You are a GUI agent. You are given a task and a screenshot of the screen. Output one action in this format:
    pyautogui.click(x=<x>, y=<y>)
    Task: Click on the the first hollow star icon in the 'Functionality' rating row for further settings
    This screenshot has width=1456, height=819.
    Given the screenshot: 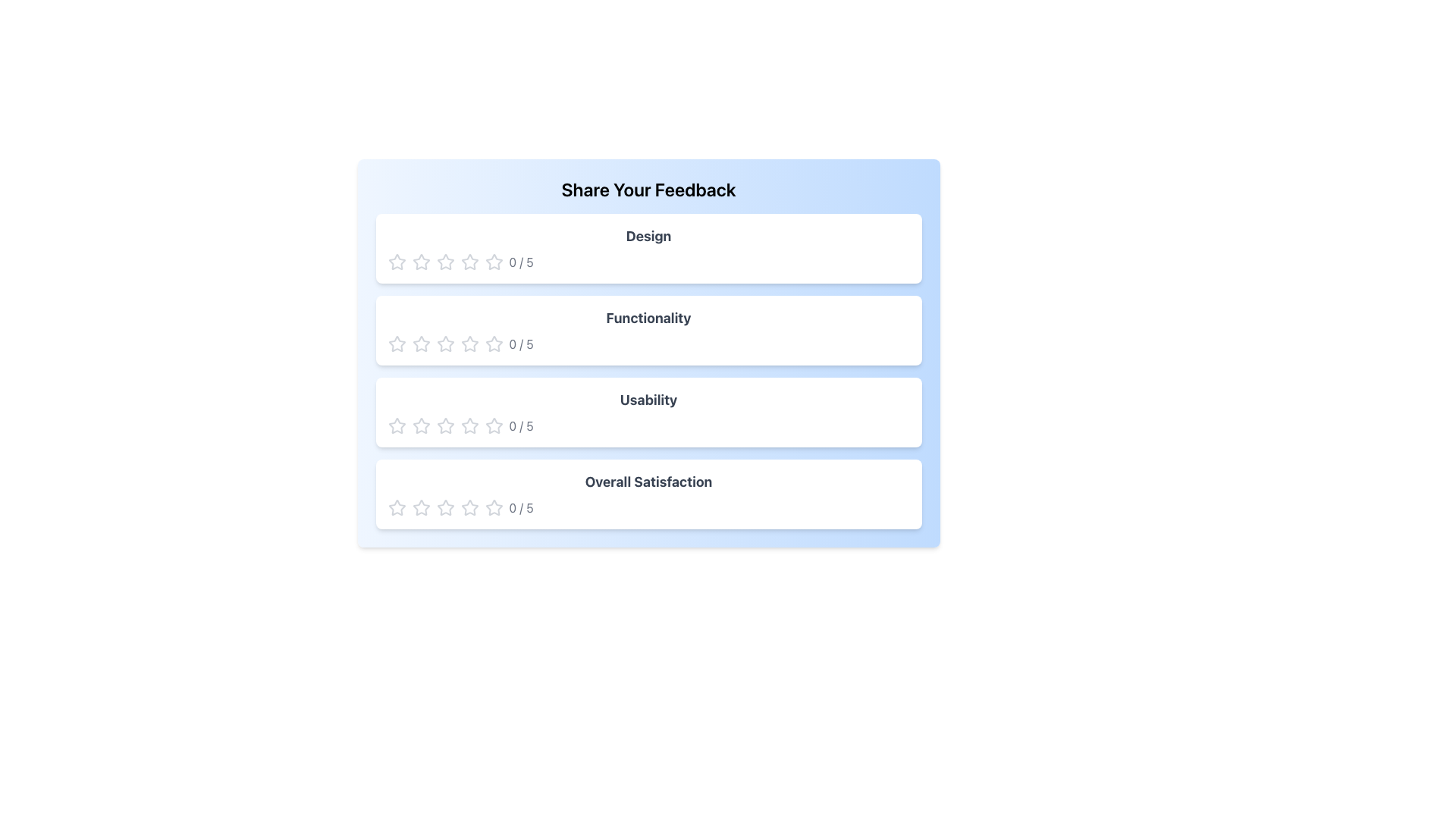 What is the action you would take?
    pyautogui.click(x=421, y=344)
    